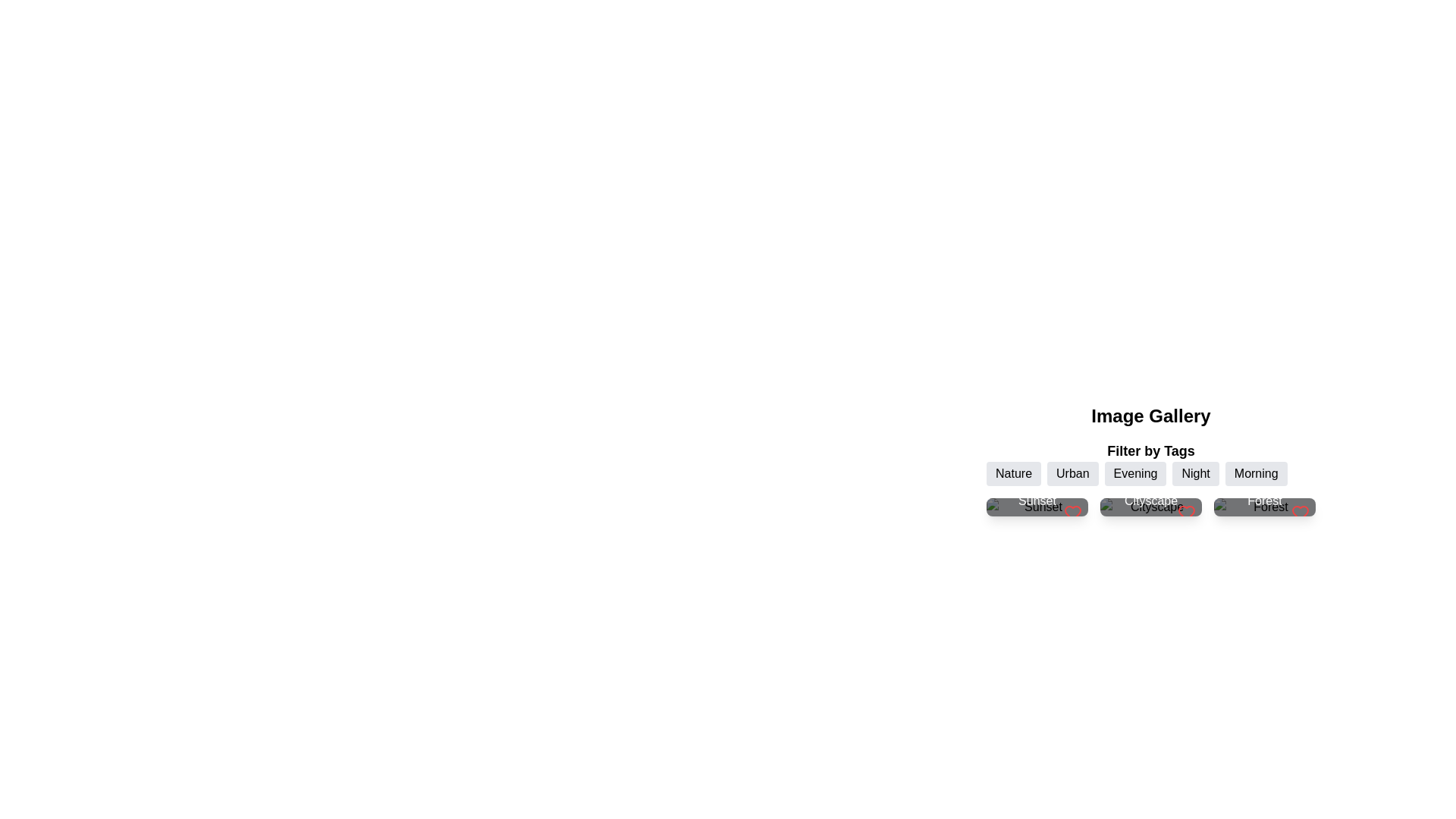 This screenshot has width=1456, height=819. Describe the element at coordinates (1150, 500) in the screenshot. I see `the 'Cityscape' label located at the bottom of the second image card from the left in a horizontal grid layout, which has a semi-transparent black background` at that location.